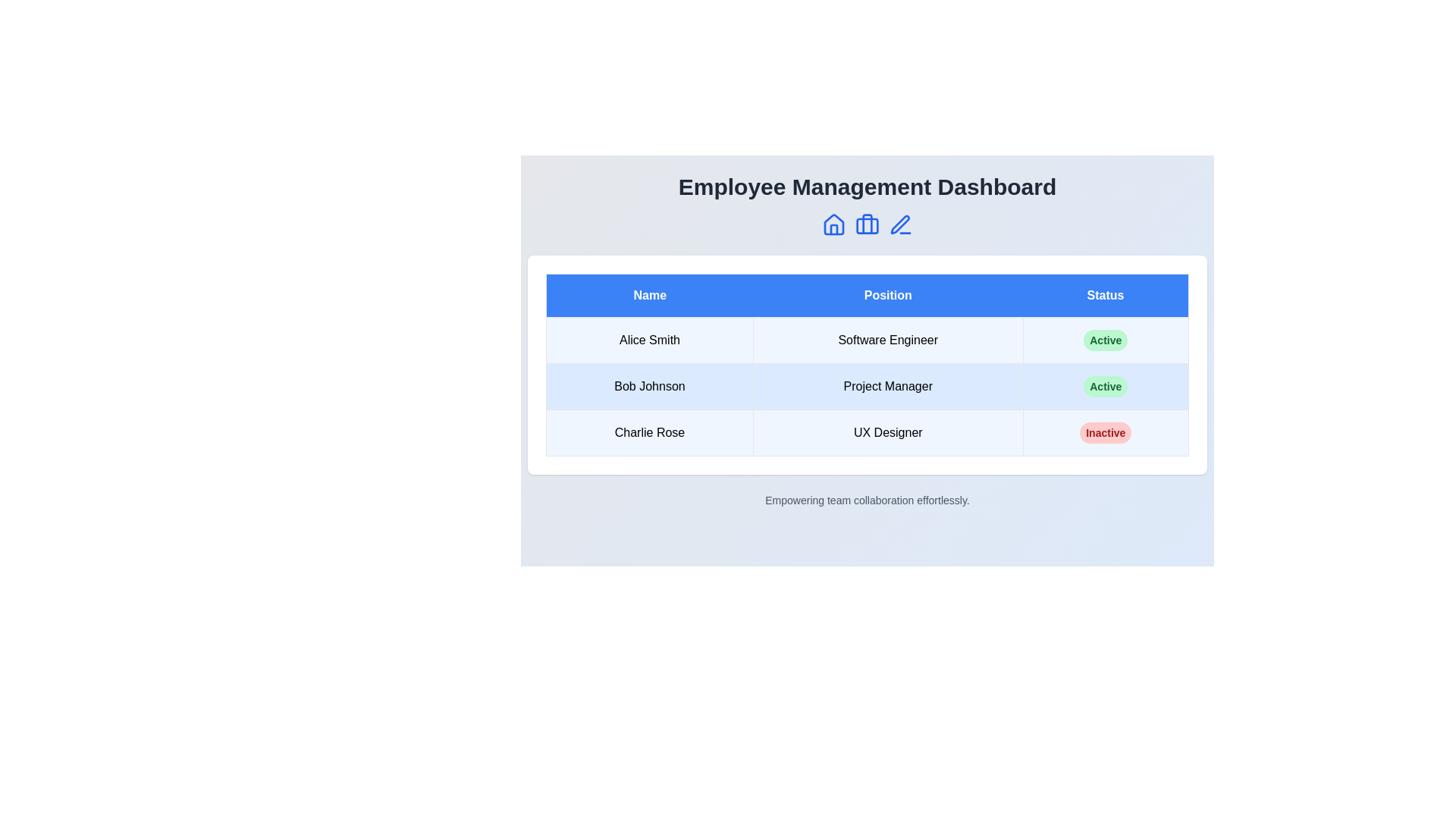 Image resolution: width=1456 pixels, height=819 pixels. I want to click on the second row of the table, which provides information about a specific individual, so click(867, 385).